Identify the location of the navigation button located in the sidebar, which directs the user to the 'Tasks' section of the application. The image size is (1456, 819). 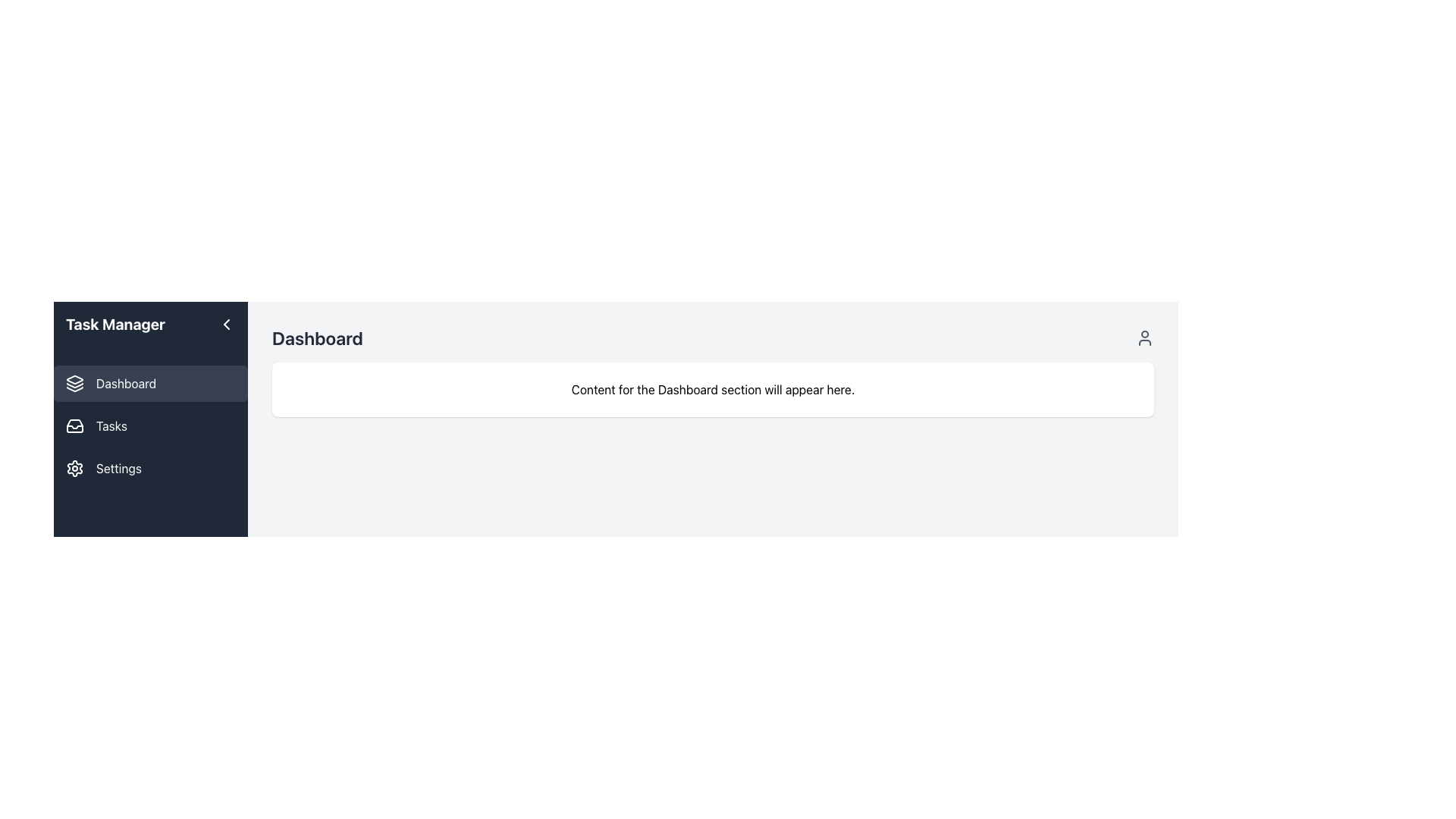
(150, 426).